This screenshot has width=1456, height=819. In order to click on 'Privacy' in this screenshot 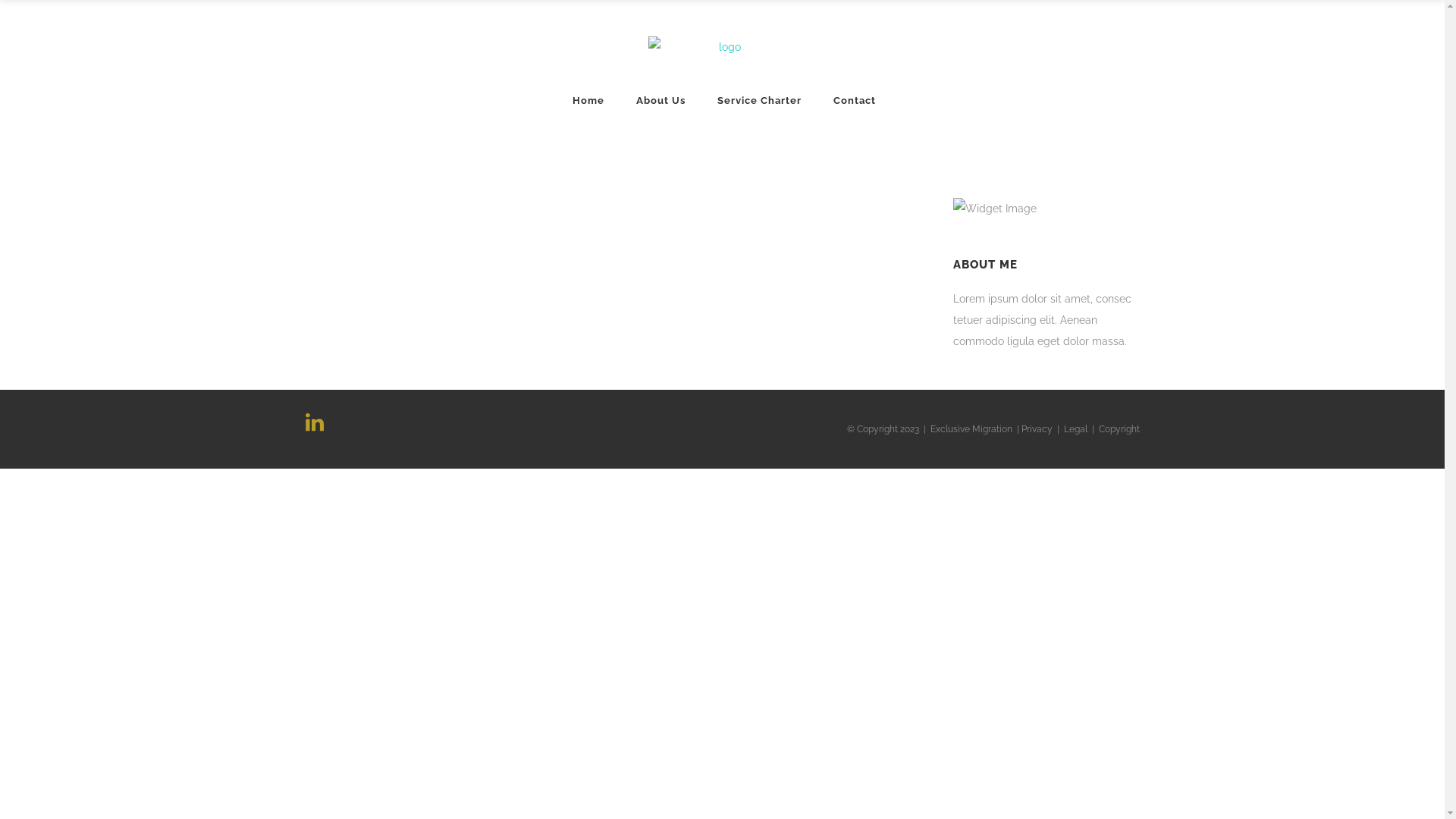, I will do `click(1020, 429)`.